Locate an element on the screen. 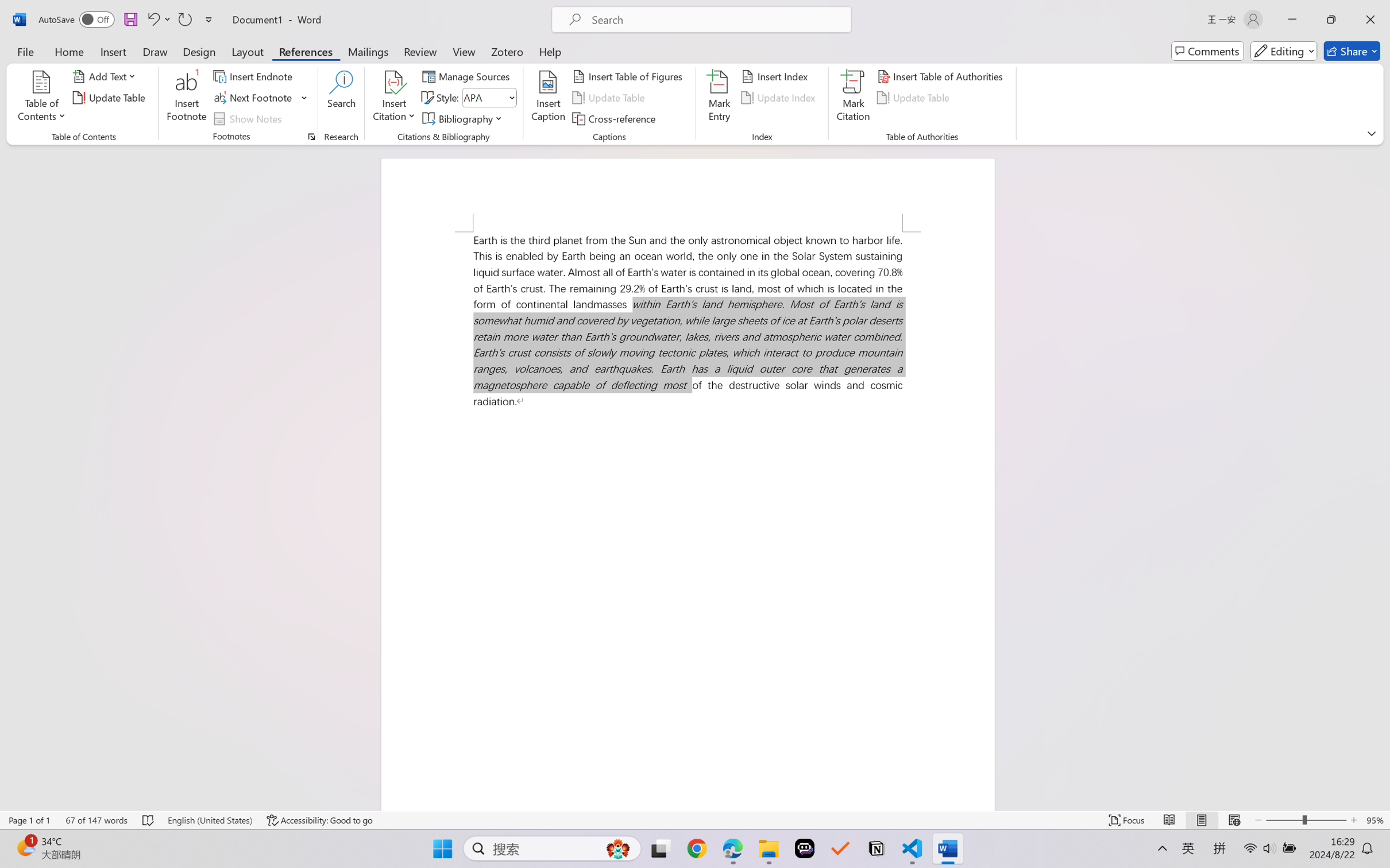 This screenshot has height=868, width=1390. 'Page Number Page 1 of 1' is located at coordinates (30, 820).